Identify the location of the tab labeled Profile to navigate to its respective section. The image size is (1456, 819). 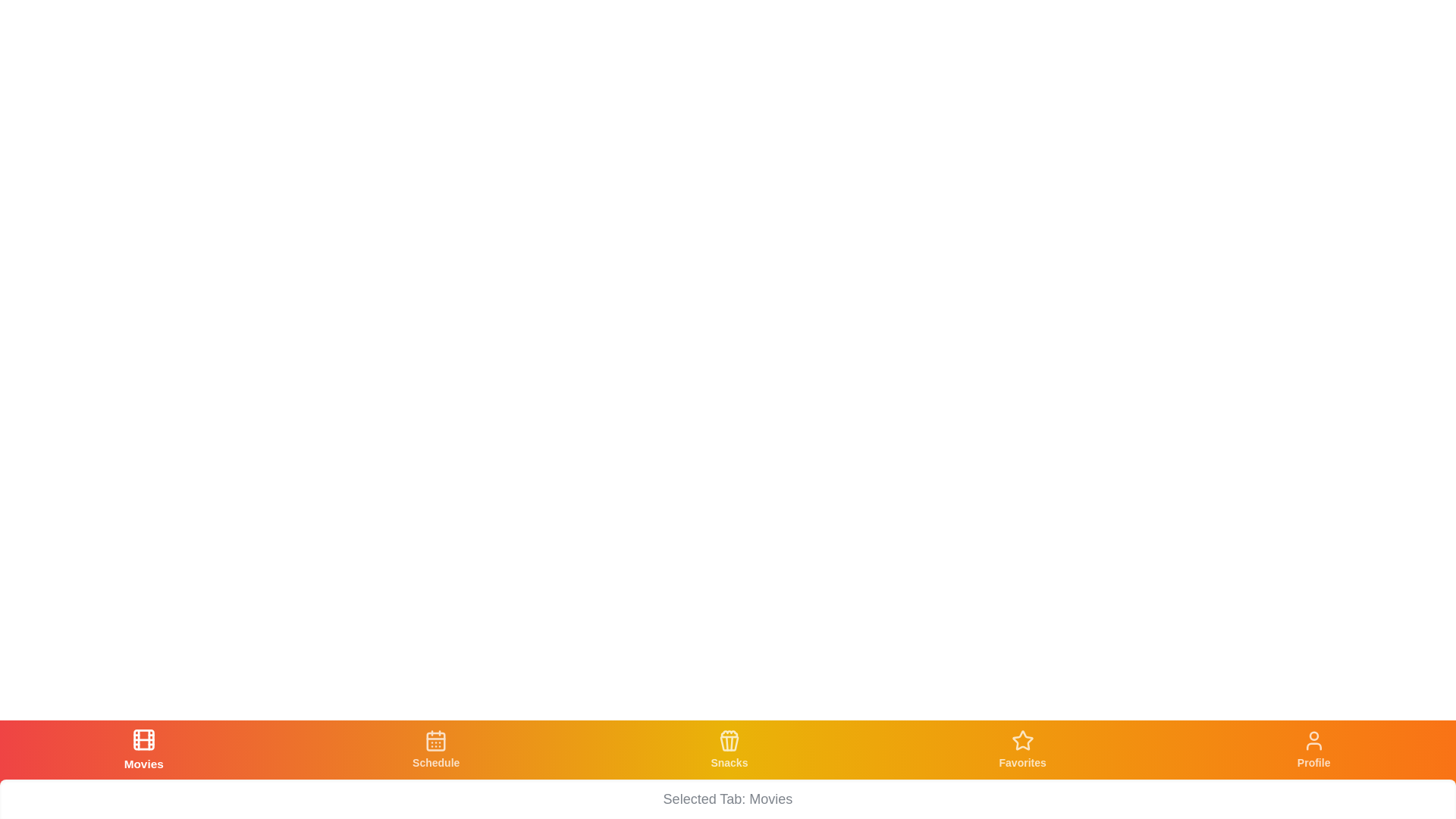
(1313, 748).